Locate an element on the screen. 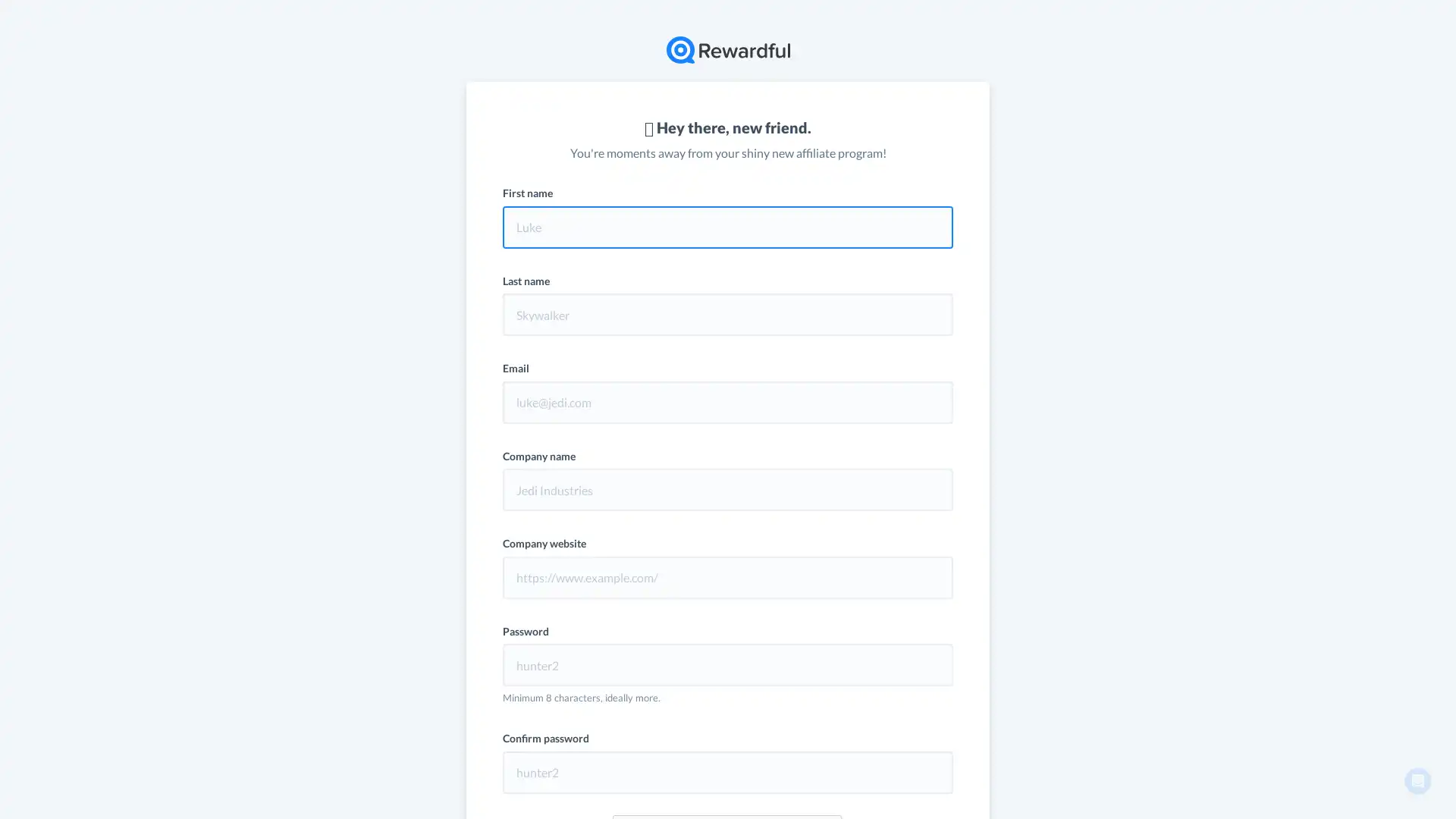 The width and height of the screenshot is (1456, 819). Open Intercom Messenger is located at coordinates (1417, 780).